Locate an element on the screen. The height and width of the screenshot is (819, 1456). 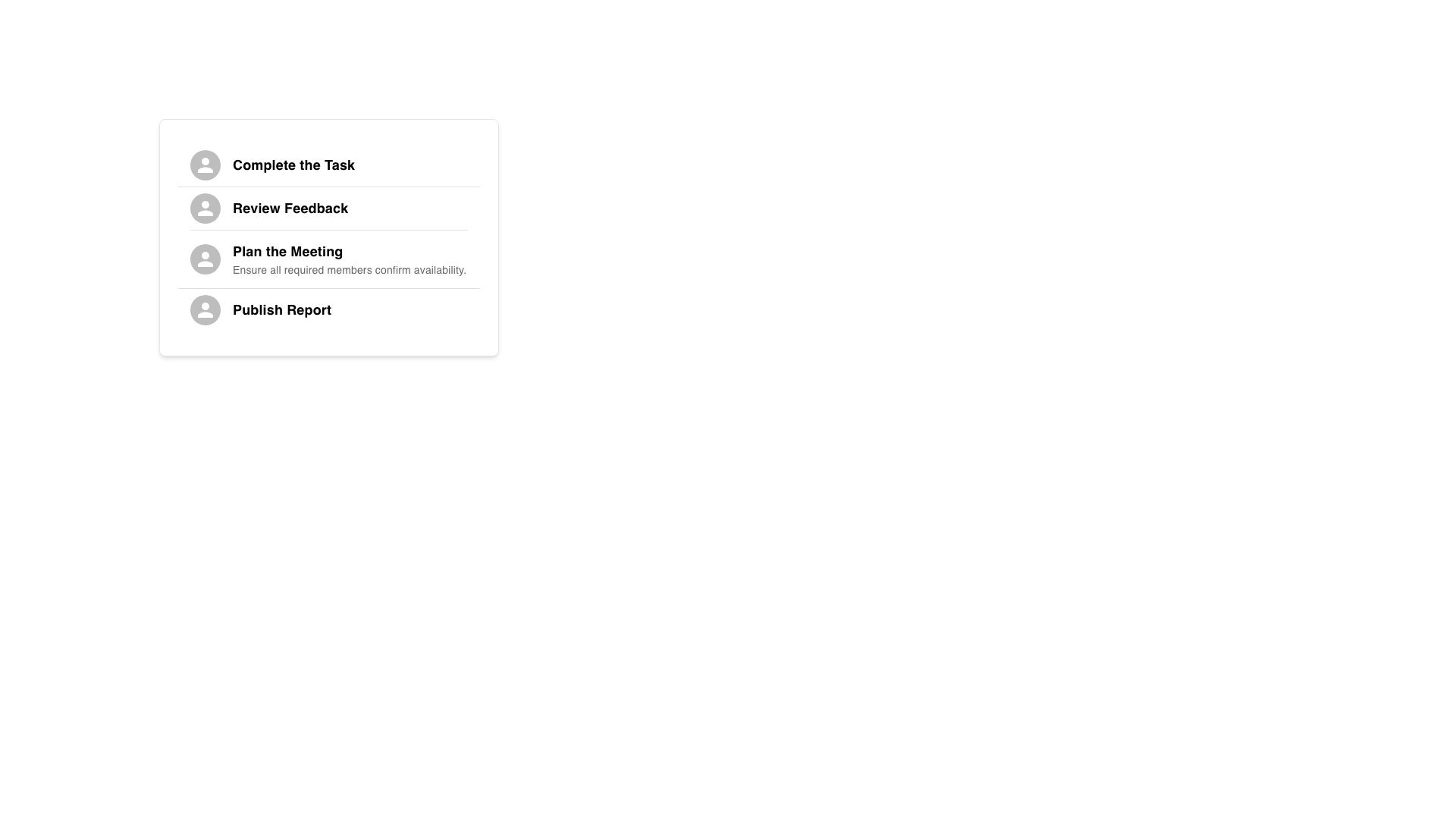
the first text label in the task list that provides context for the associated content or action is located at coordinates (293, 165).